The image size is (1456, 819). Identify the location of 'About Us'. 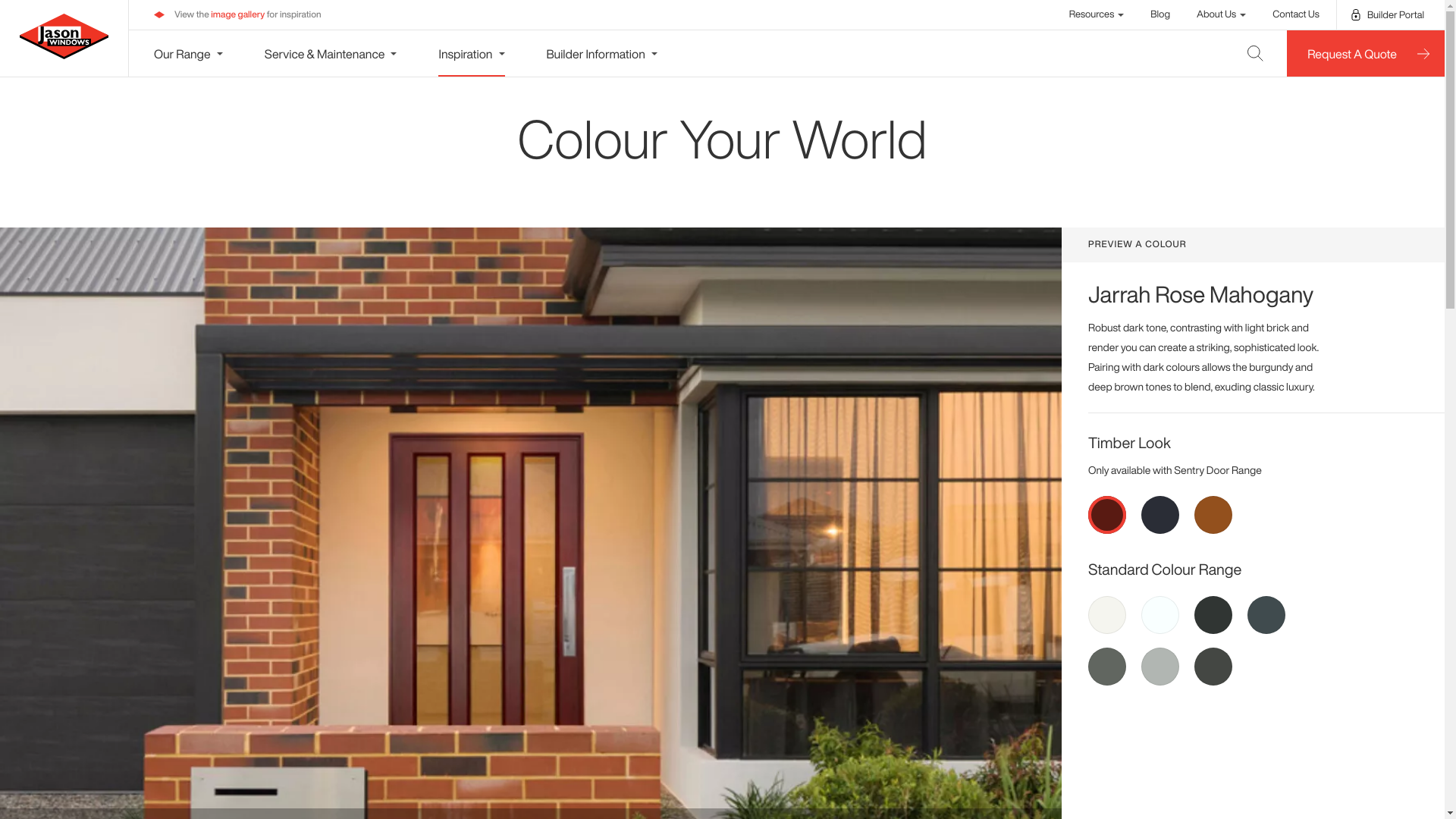
(1221, 14).